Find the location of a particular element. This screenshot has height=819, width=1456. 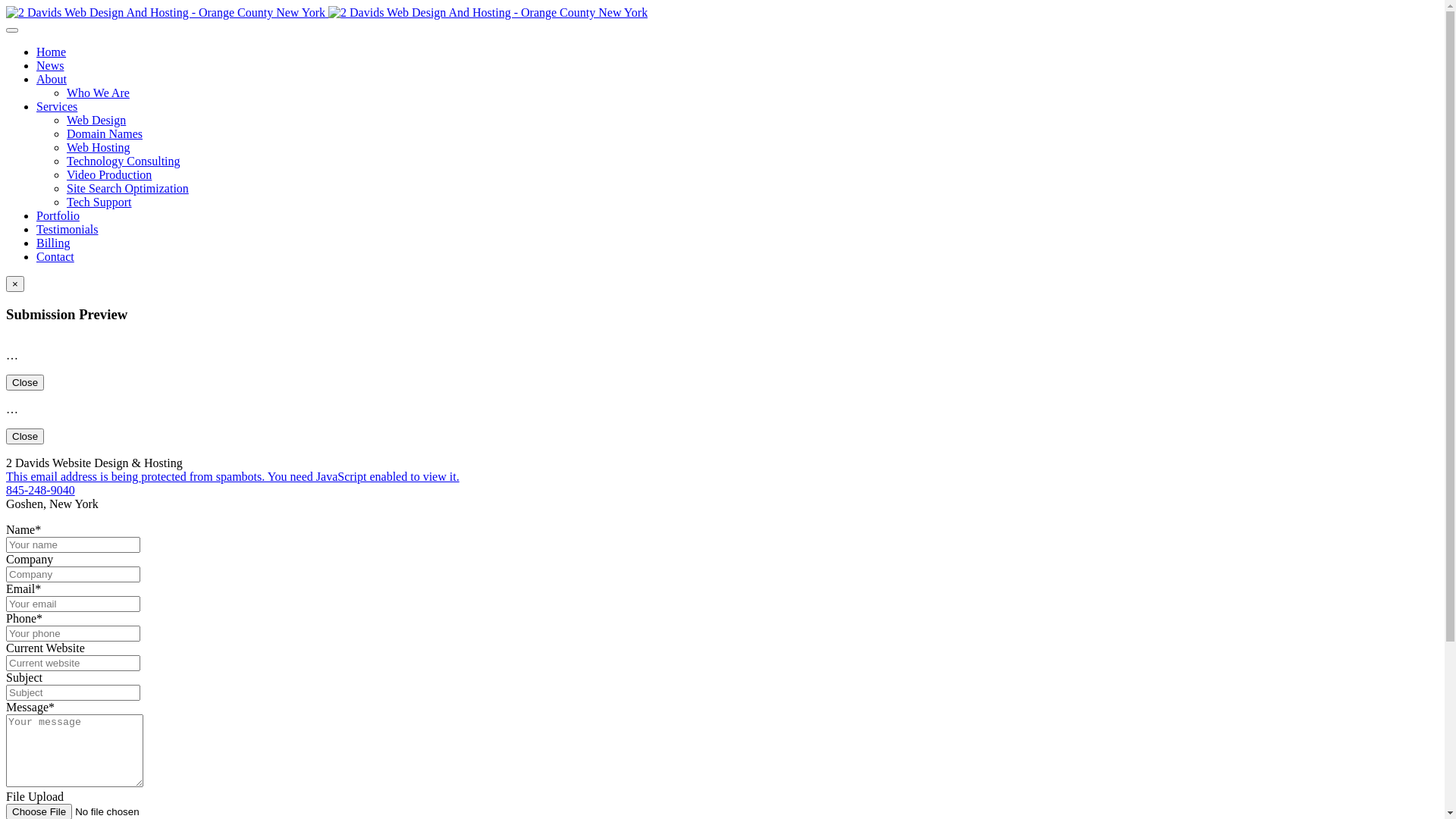

'About' is located at coordinates (51, 79).